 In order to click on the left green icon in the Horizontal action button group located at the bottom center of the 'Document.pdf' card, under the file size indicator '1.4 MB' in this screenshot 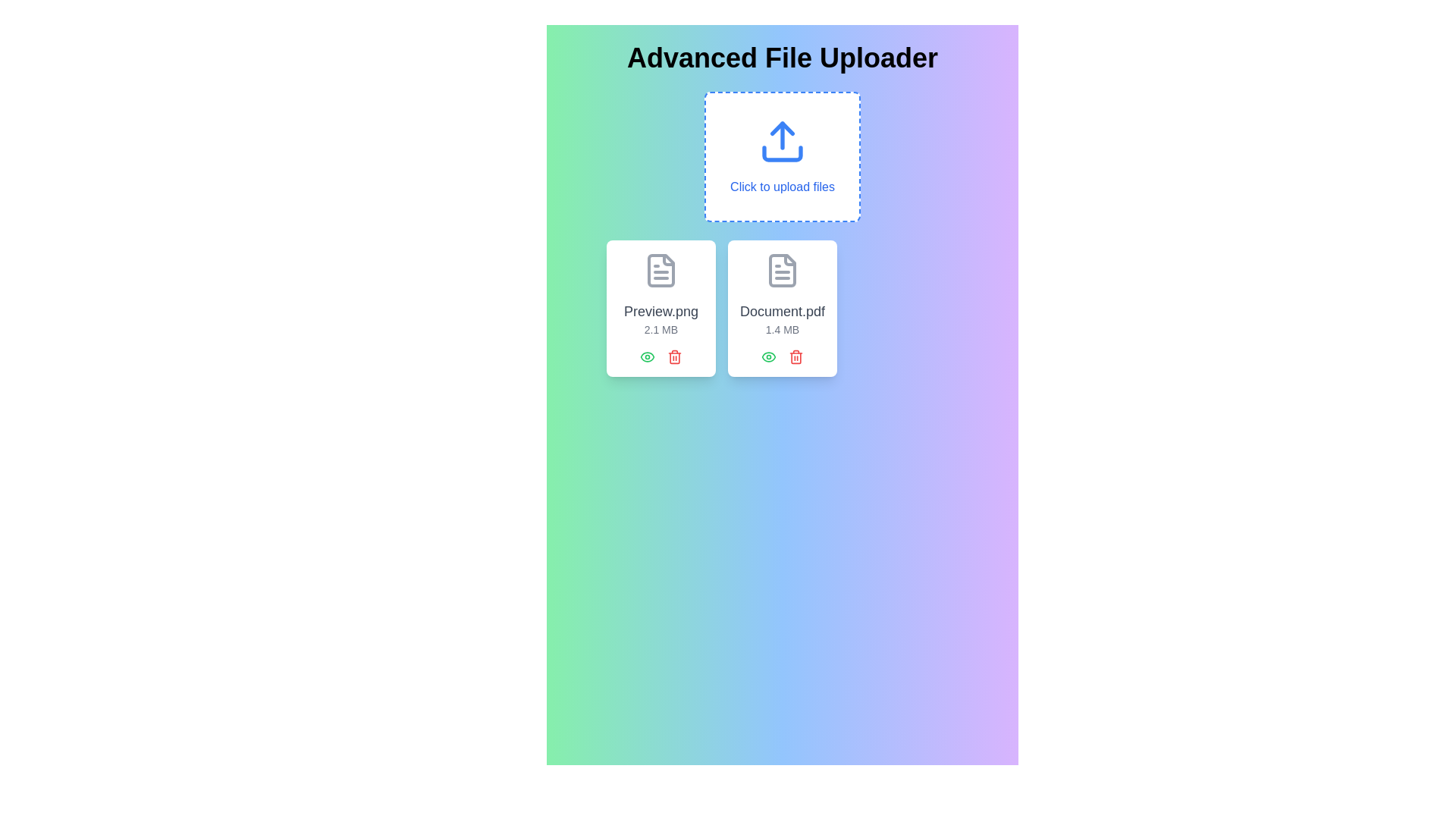, I will do `click(783, 356)`.